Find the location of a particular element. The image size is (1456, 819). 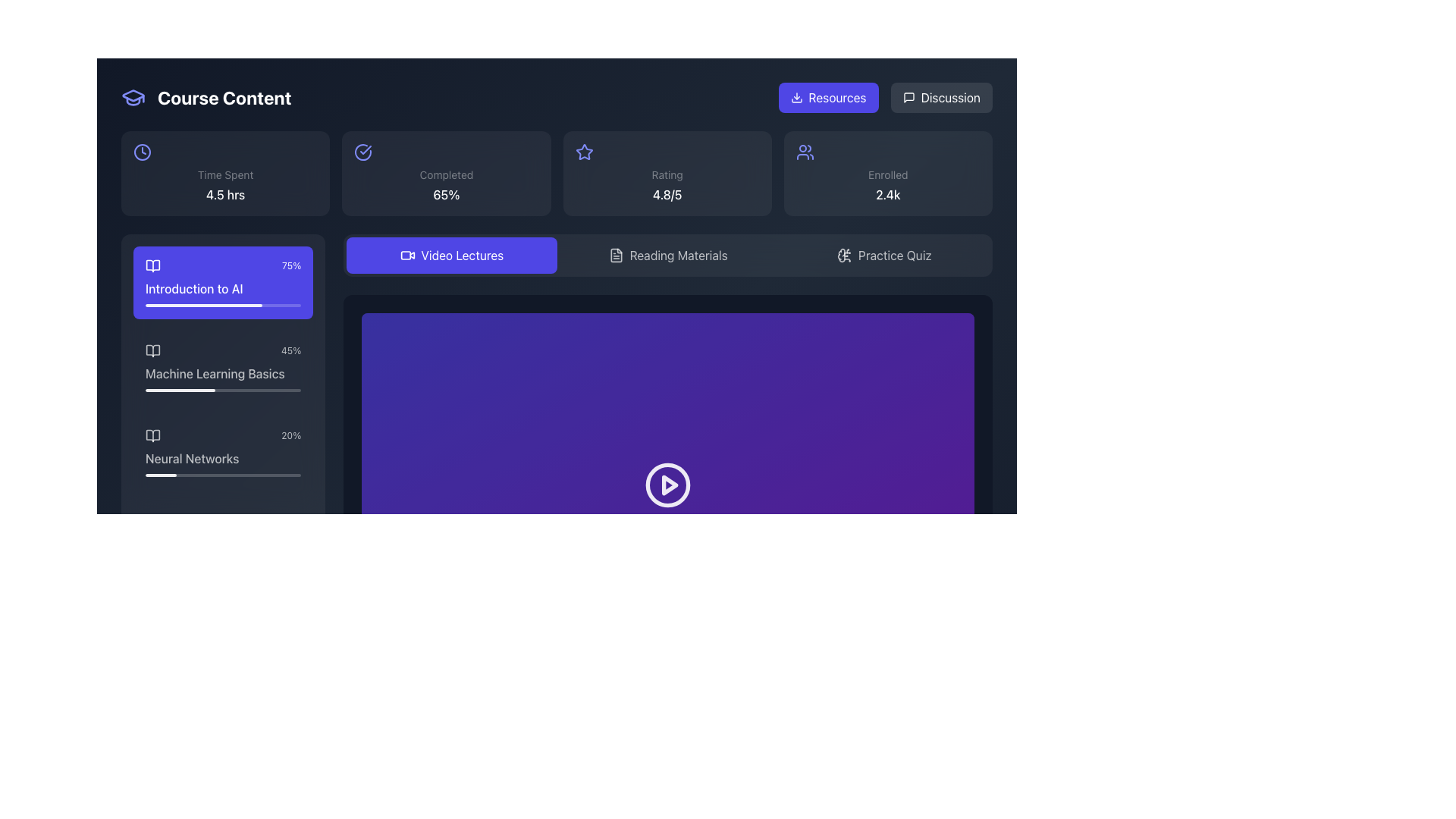

the third button labeled 'Practice Quiz' located below the header and above the main content is located at coordinates (884, 254).